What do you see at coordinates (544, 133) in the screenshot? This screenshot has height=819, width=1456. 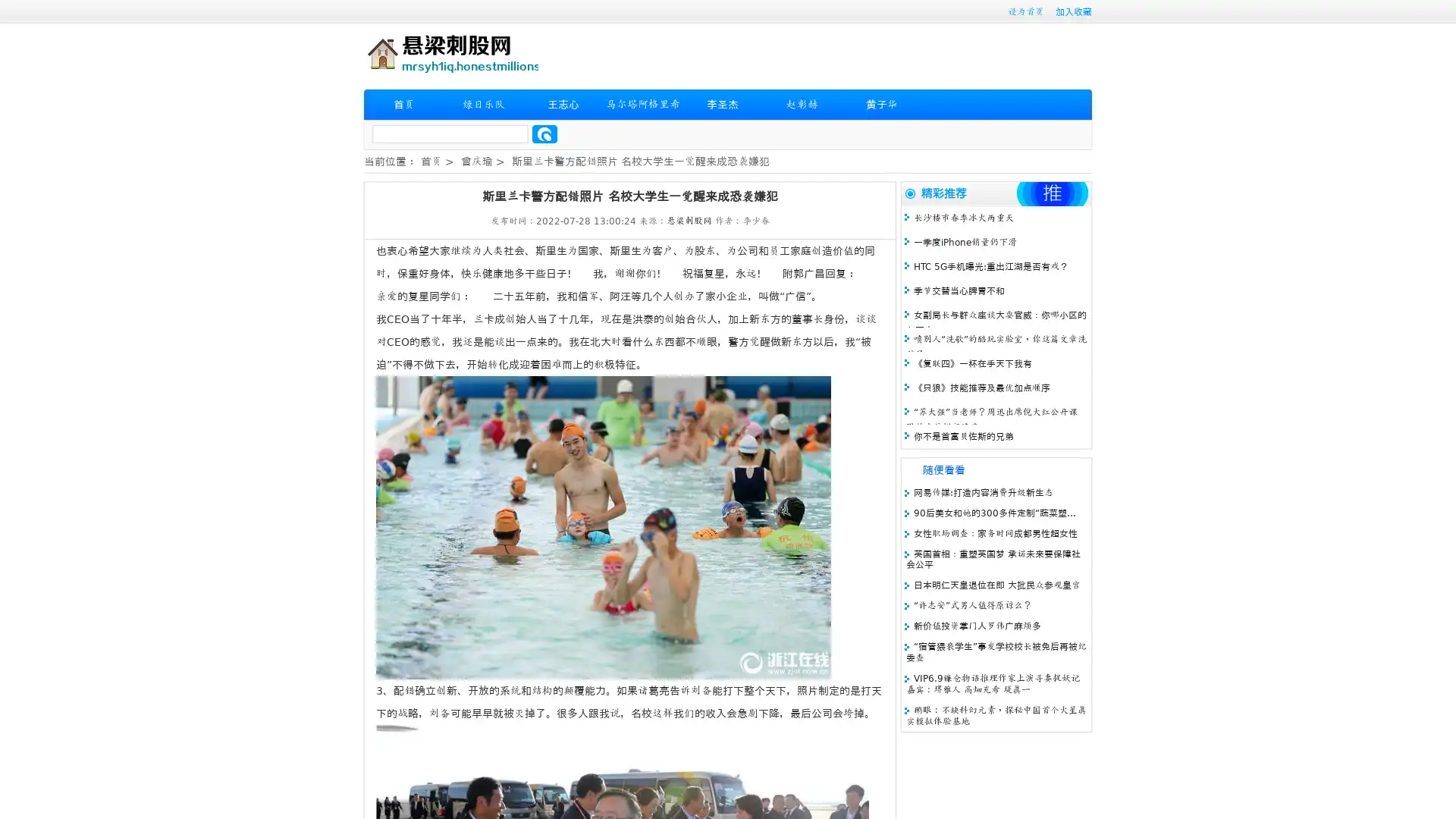 I see `Search` at bounding box center [544, 133].